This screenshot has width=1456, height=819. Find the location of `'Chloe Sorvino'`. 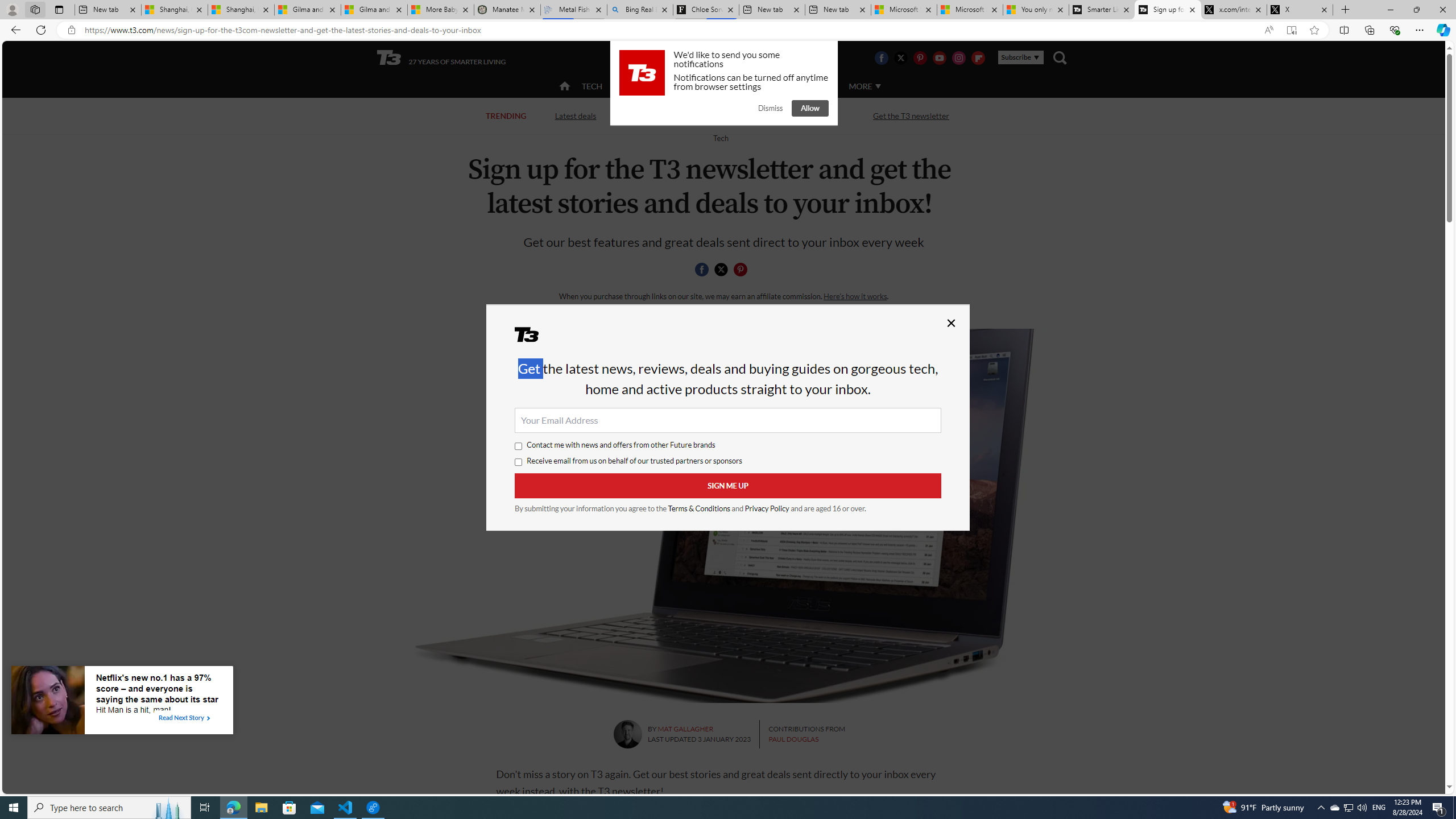

'Chloe Sorvino' is located at coordinates (705, 9).